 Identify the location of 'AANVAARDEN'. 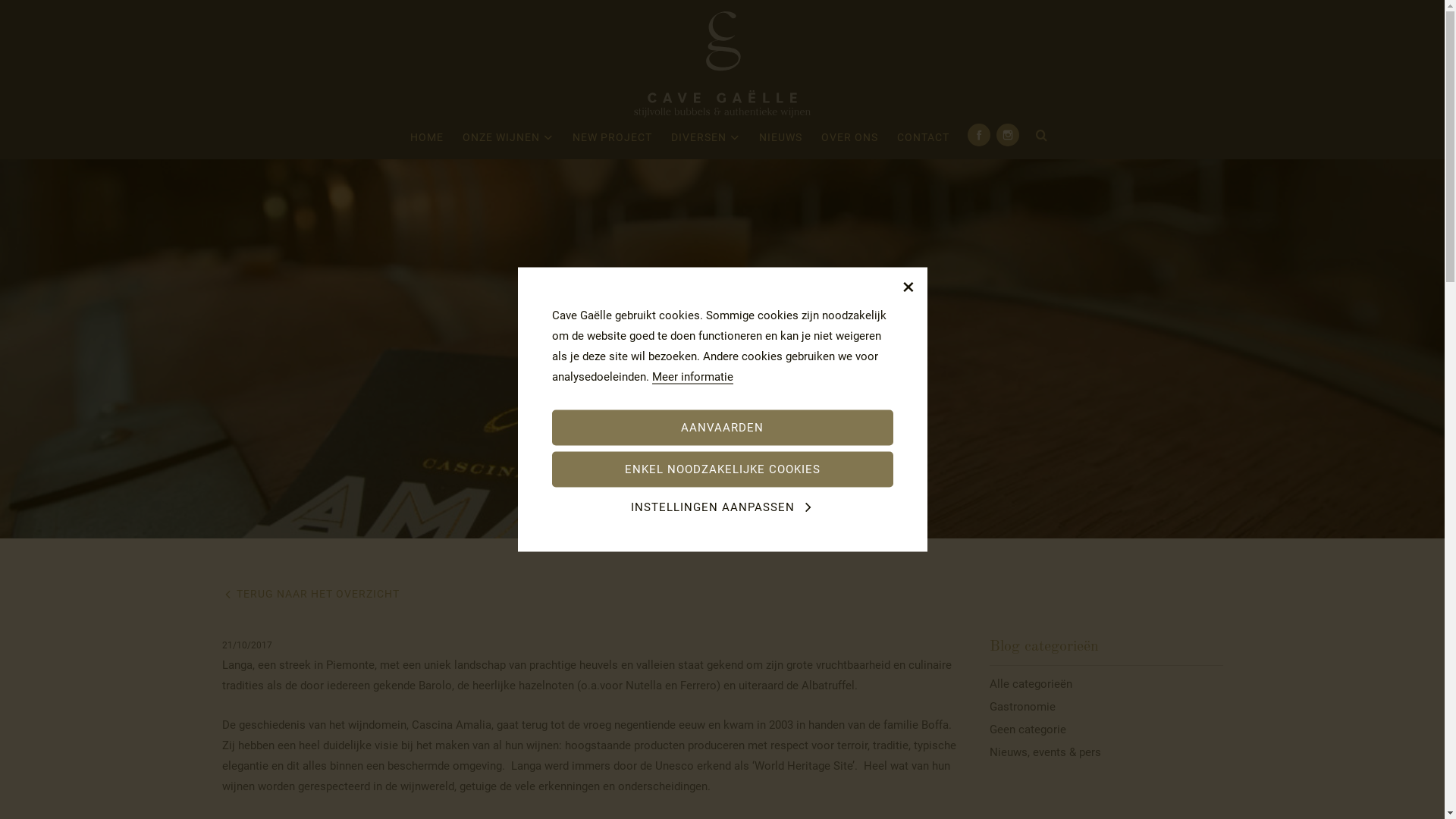
(722, 427).